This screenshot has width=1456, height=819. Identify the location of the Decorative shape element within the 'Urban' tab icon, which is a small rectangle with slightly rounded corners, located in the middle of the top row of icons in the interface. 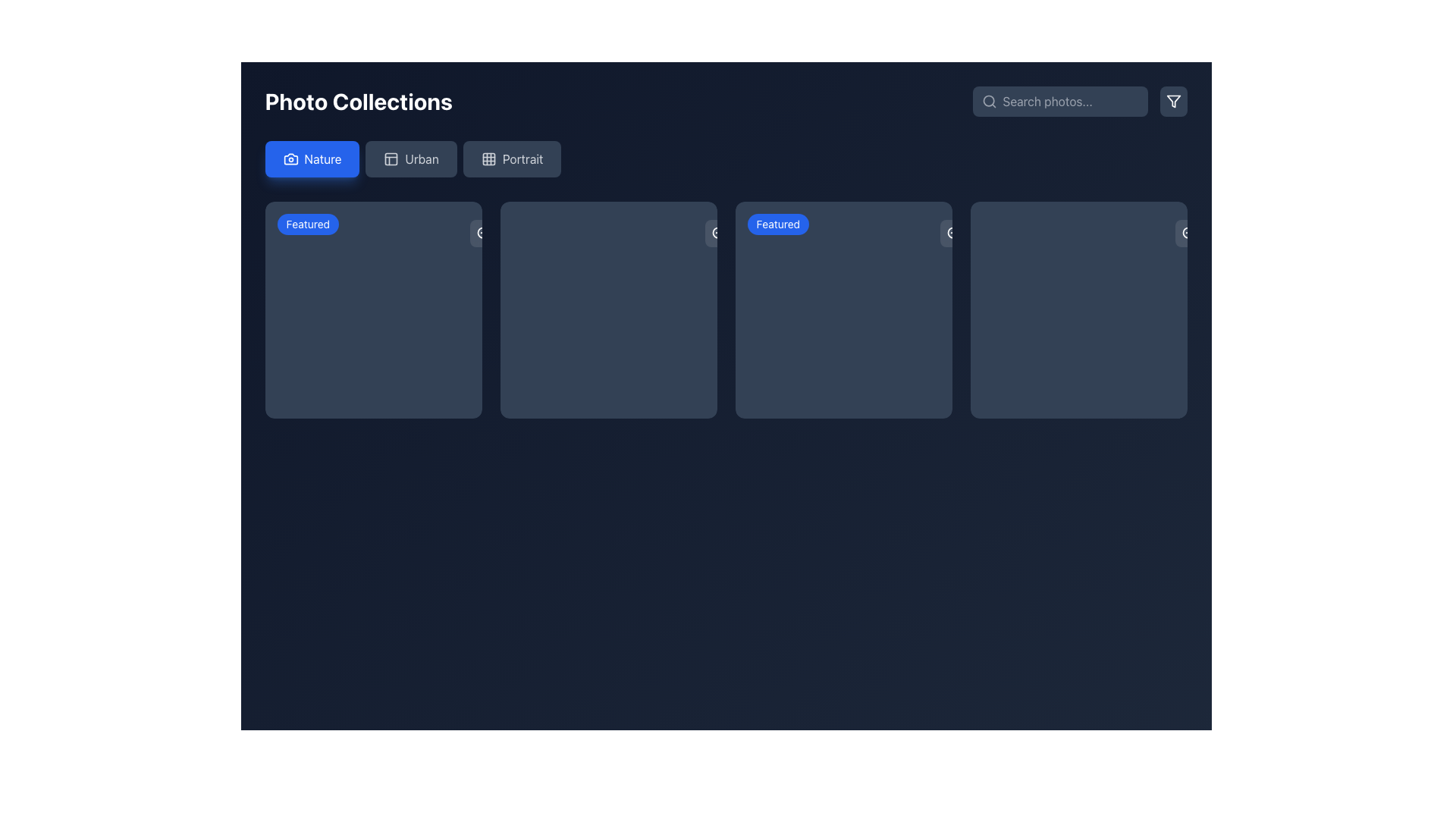
(391, 158).